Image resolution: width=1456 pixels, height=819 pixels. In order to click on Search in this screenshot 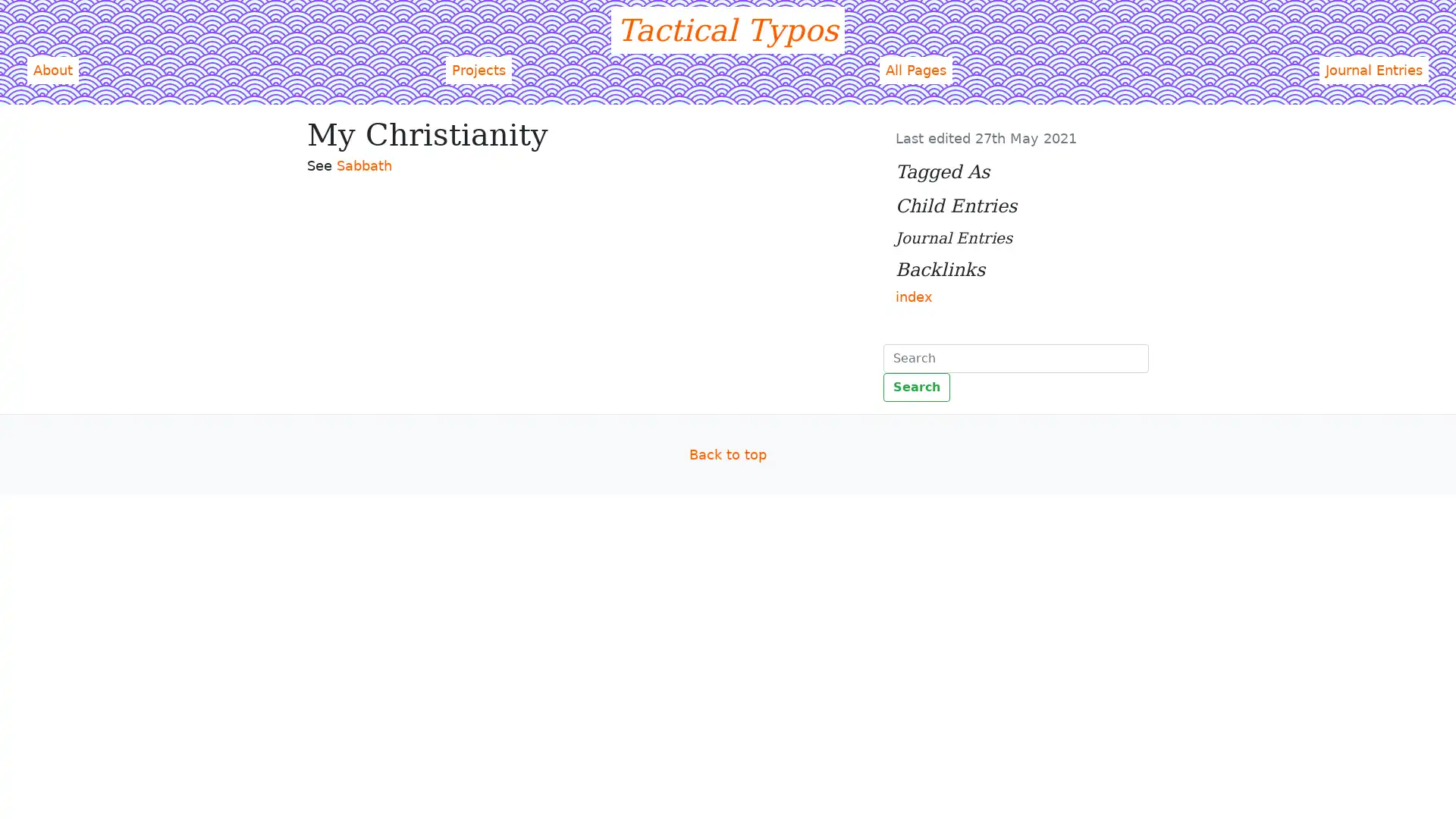, I will do `click(916, 385)`.